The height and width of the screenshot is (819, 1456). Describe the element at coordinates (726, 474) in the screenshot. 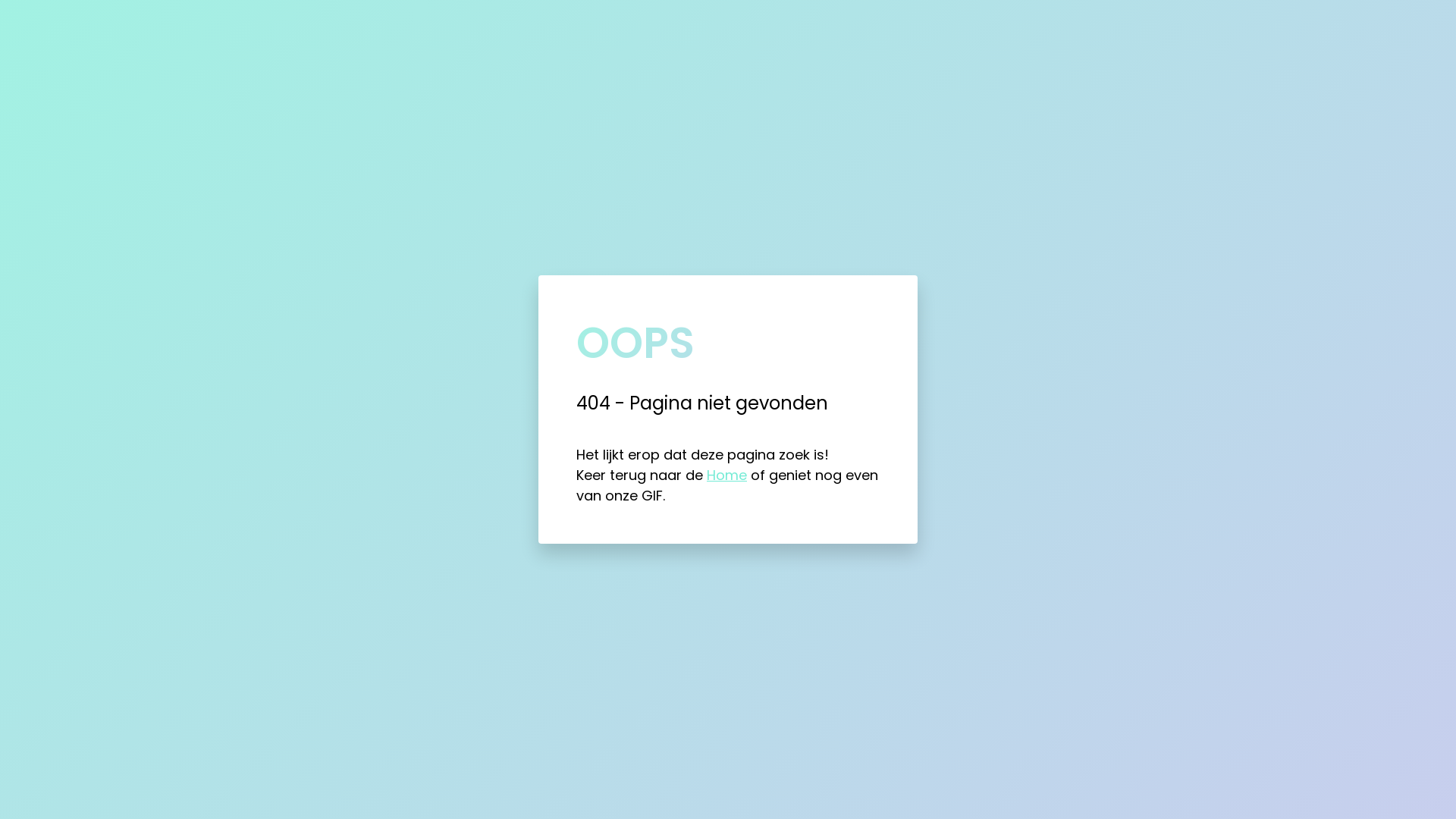

I see `'Home'` at that location.